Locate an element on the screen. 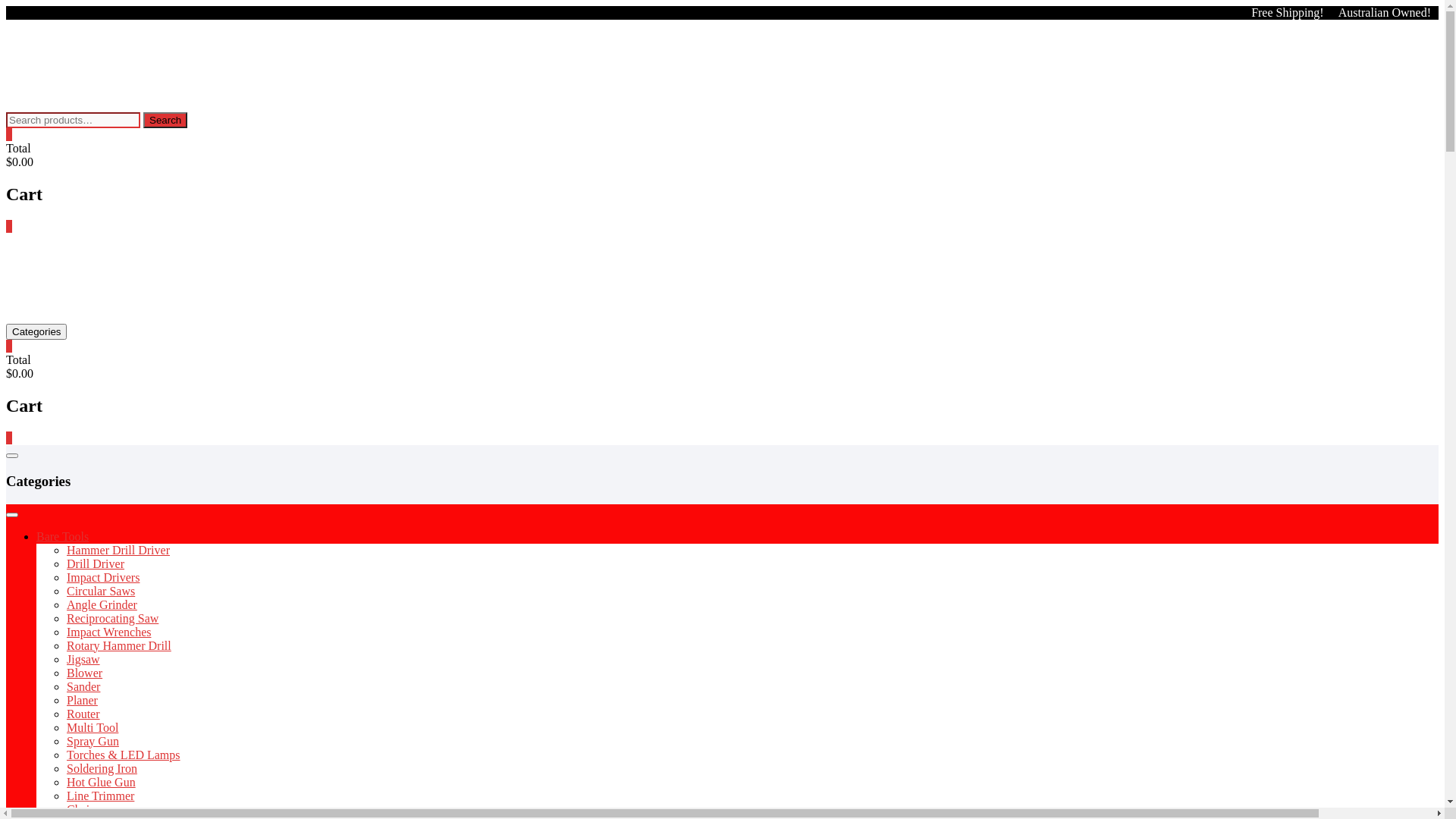  'Rotary Hammer Drill' is located at coordinates (118, 645).